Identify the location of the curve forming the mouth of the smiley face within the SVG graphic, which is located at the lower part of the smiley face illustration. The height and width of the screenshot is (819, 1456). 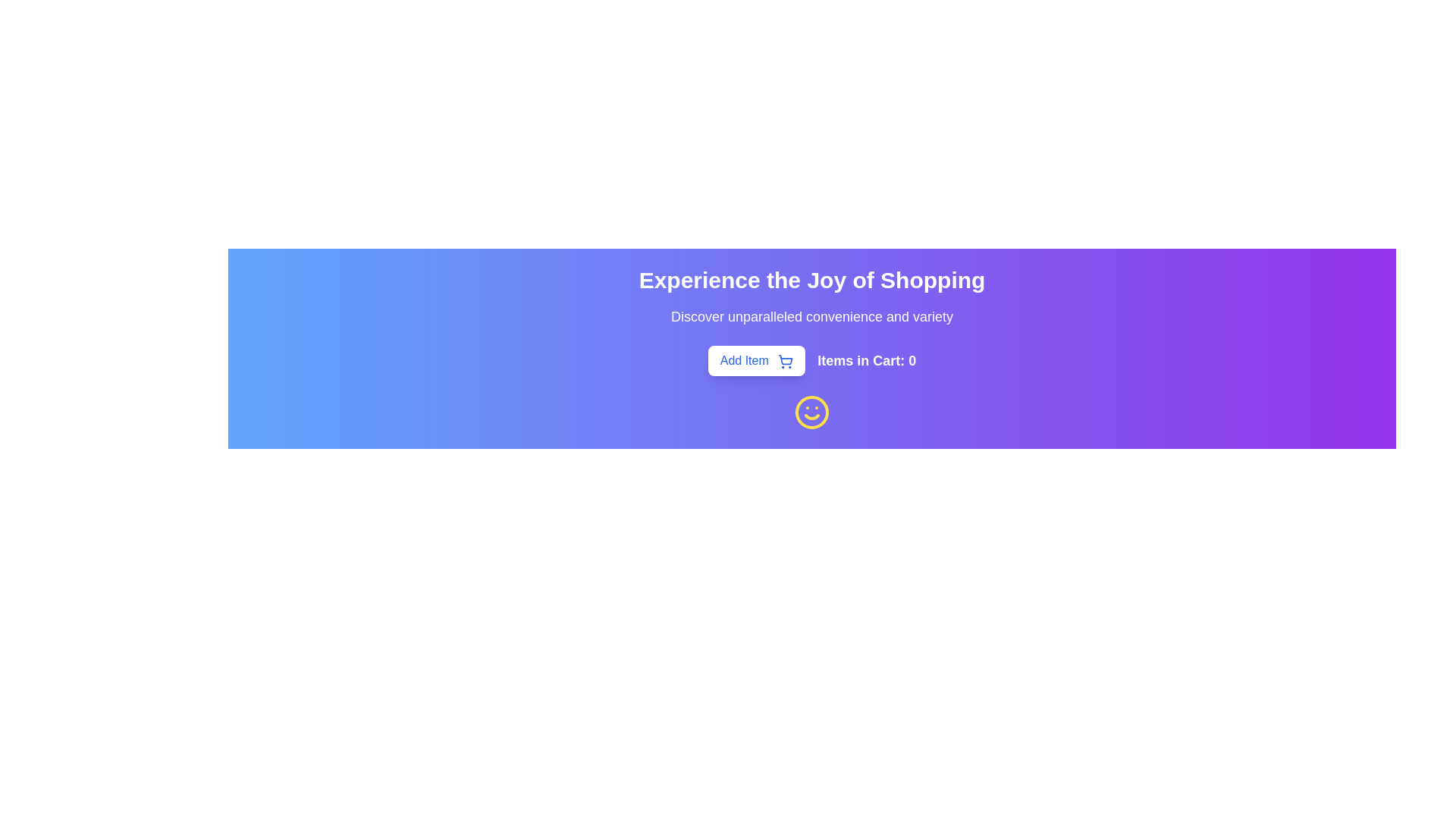
(811, 417).